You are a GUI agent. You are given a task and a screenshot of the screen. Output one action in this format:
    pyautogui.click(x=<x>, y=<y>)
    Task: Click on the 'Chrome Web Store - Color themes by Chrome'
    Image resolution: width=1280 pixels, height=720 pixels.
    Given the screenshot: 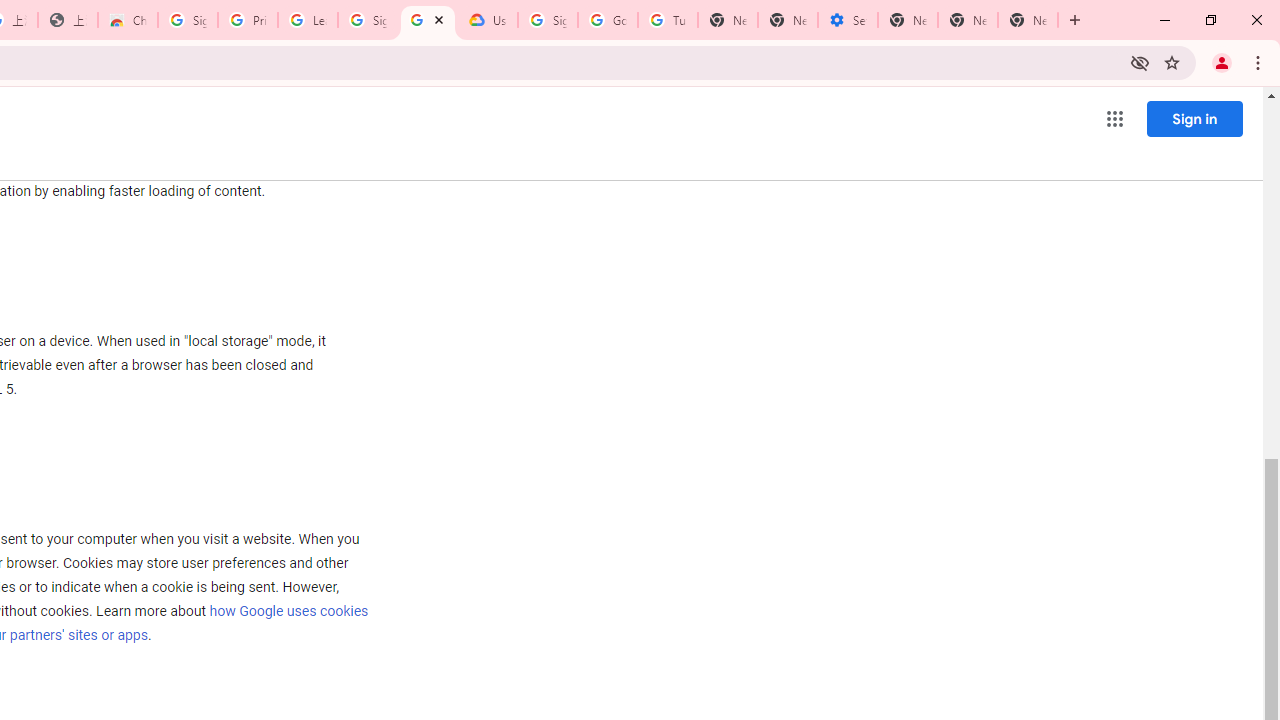 What is the action you would take?
    pyautogui.click(x=127, y=20)
    